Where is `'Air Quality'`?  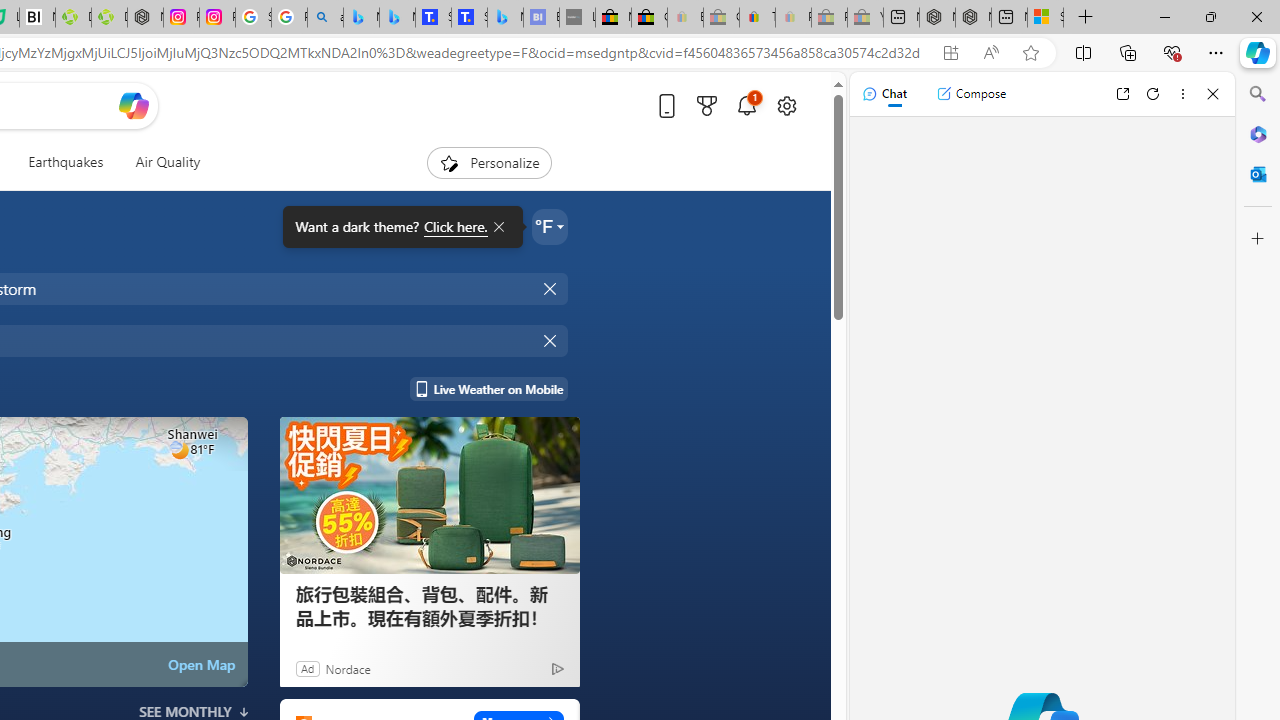 'Air Quality' is located at coordinates (160, 162).